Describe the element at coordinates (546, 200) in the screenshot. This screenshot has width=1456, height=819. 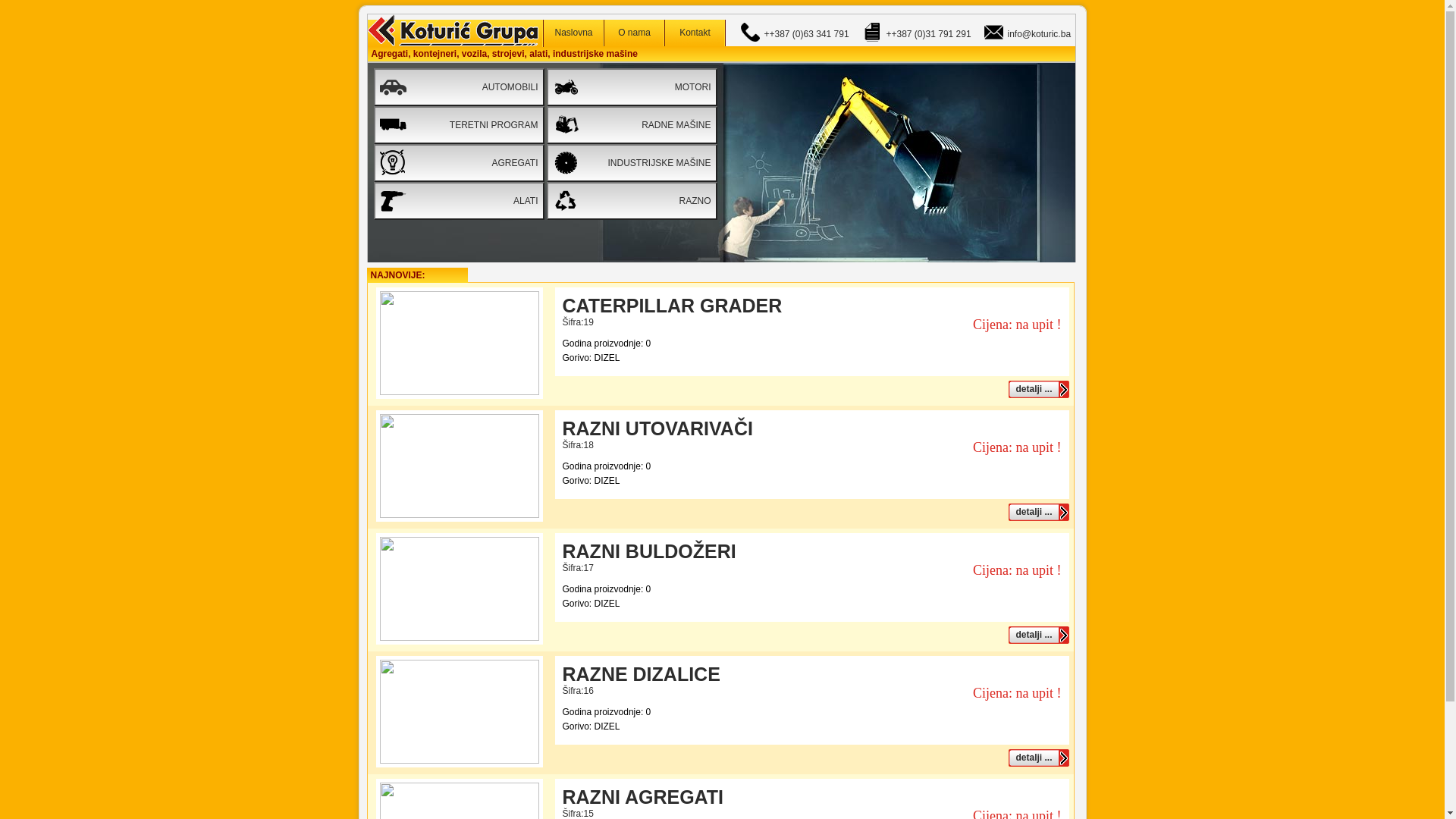
I see `'RAZNO'` at that location.